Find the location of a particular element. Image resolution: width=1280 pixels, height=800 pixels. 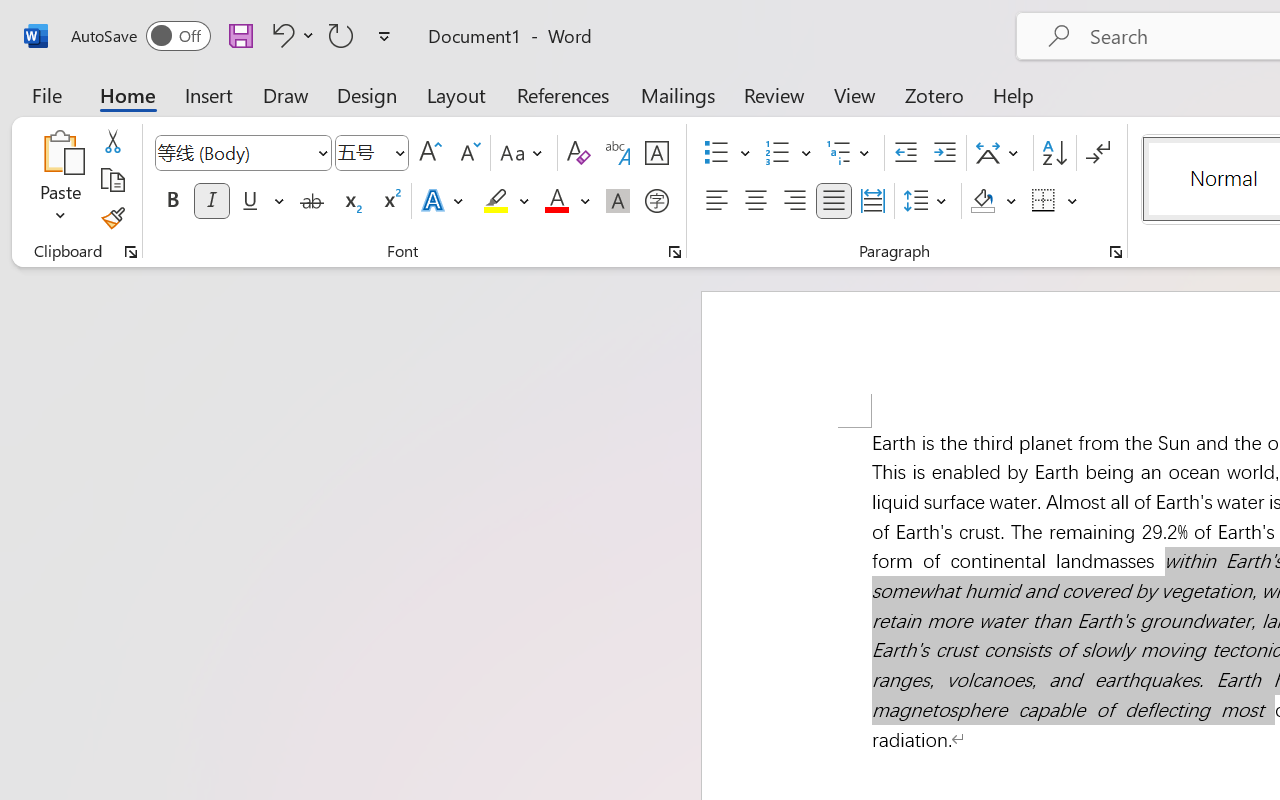

'Character Shading' is located at coordinates (617, 201).